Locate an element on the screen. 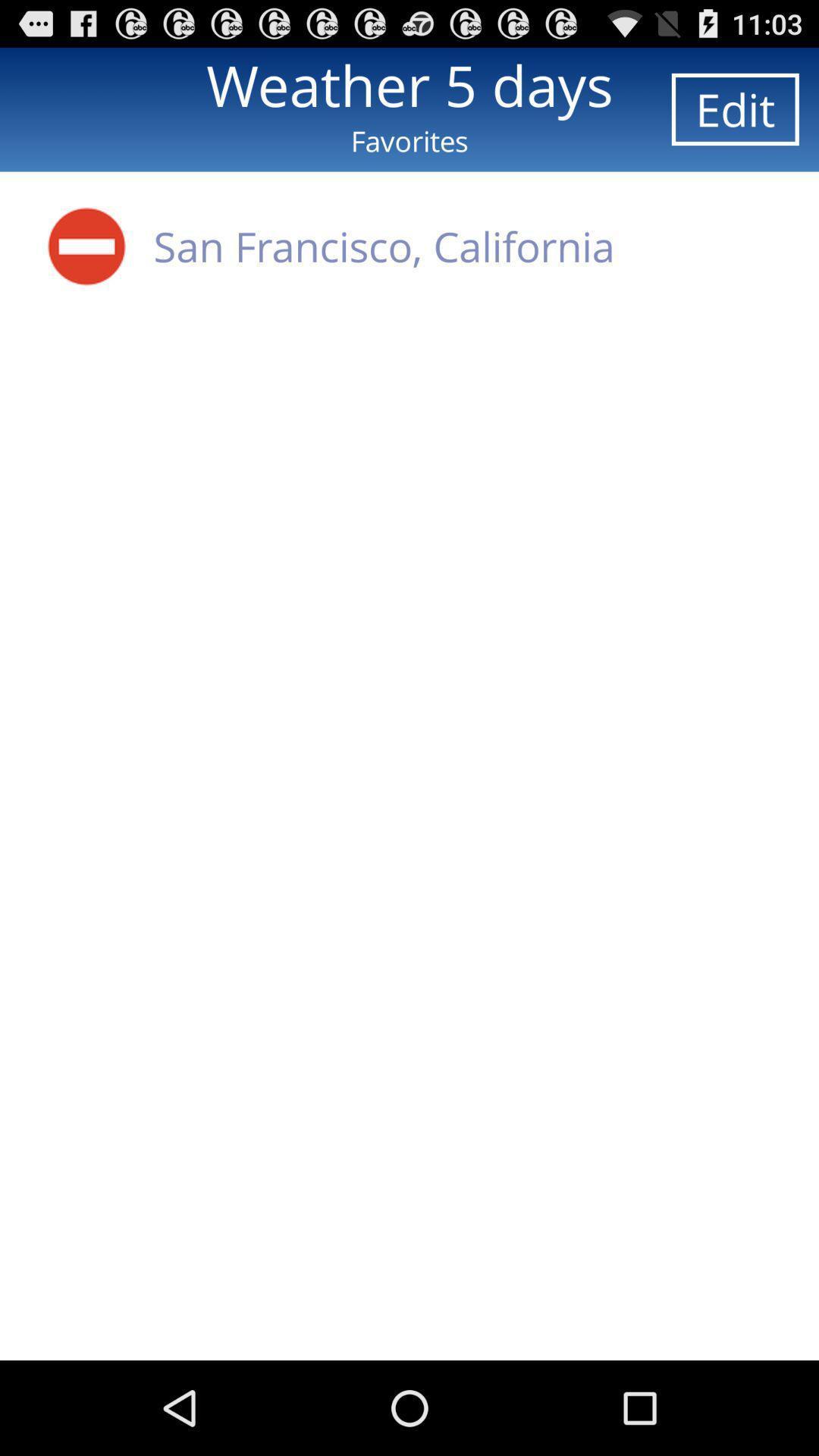 This screenshot has width=819, height=1456. the aa is located at coordinates (86, 246).